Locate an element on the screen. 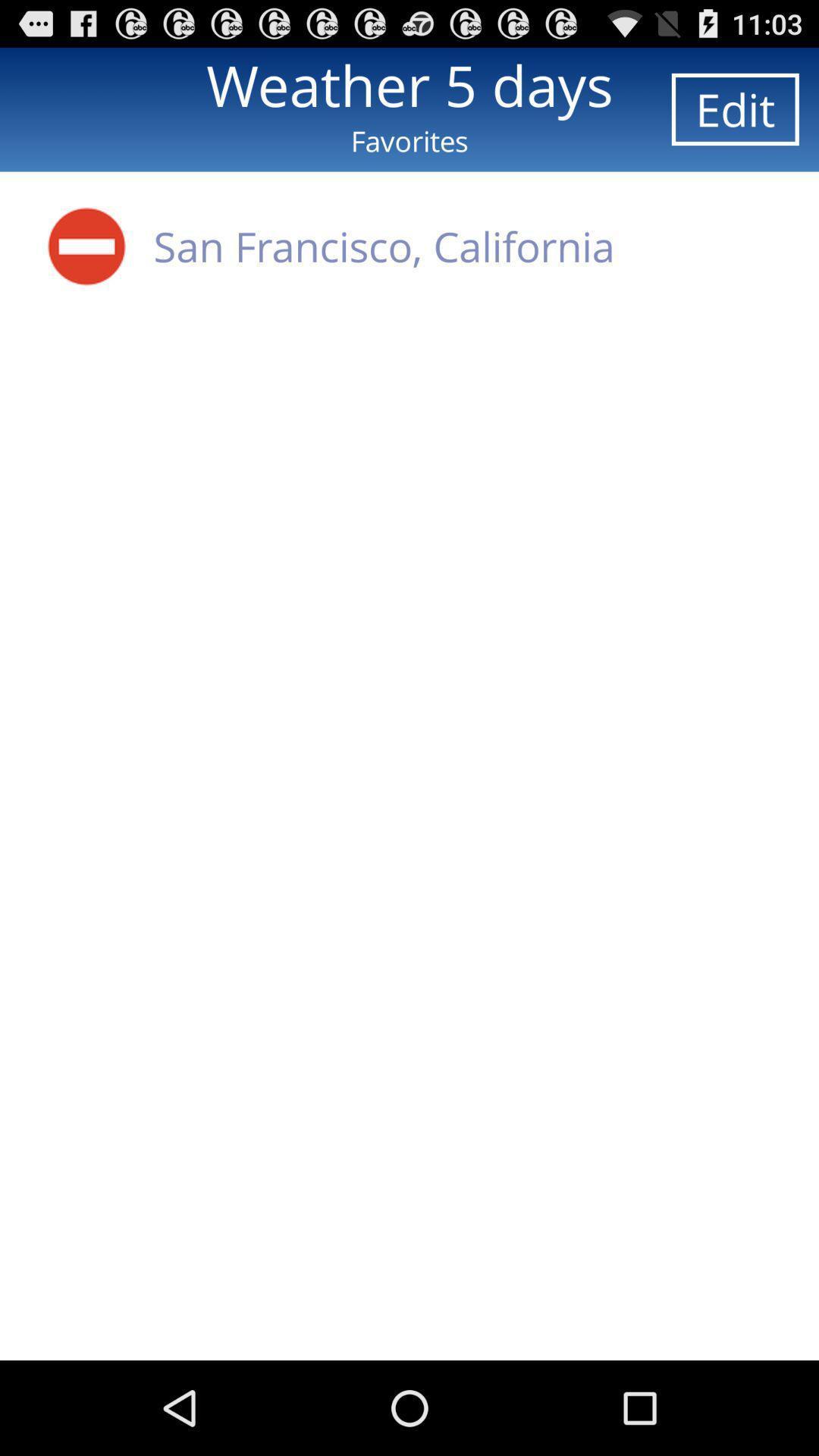 This screenshot has width=819, height=1456. the aa is located at coordinates (86, 246).